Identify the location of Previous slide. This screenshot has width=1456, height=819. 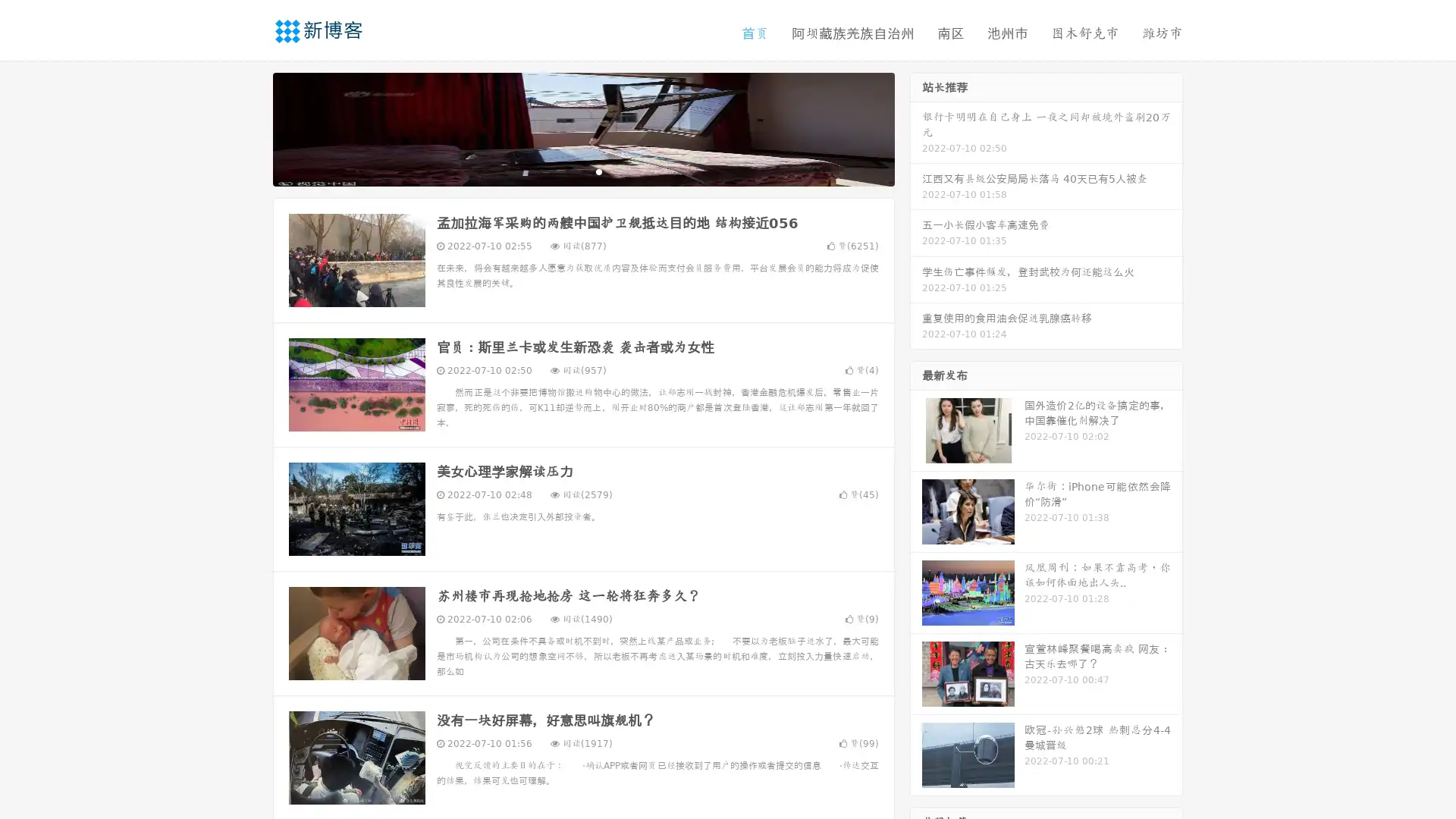
(250, 127).